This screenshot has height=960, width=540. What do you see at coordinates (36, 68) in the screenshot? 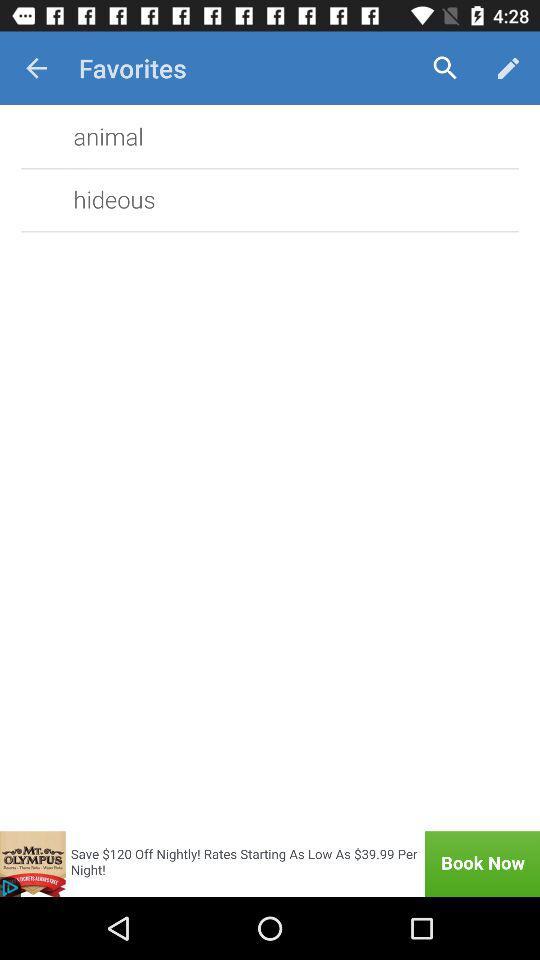
I see `icon above the animal item` at bounding box center [36, 68].